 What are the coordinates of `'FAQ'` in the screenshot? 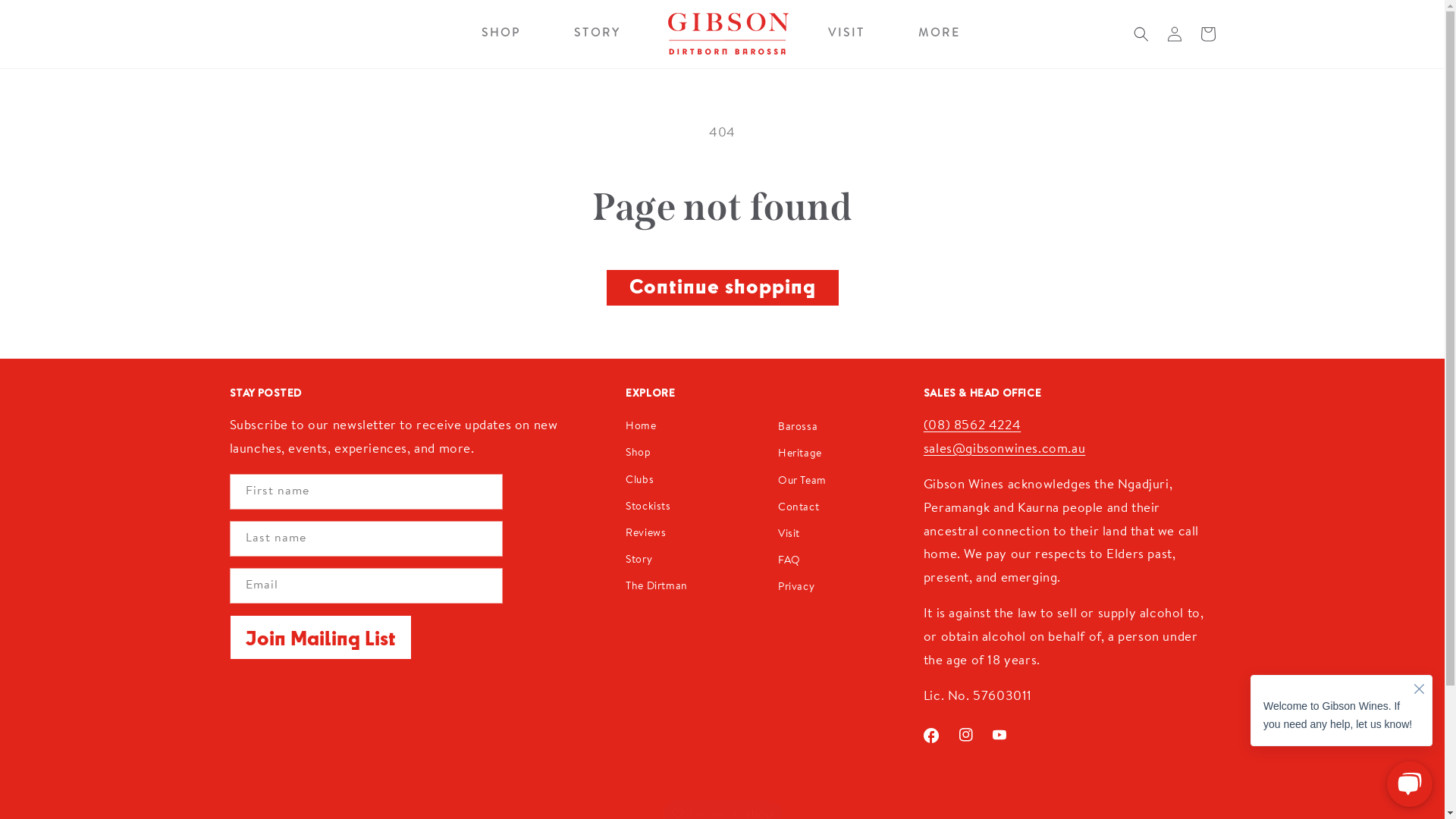 It's located at (789, 561).